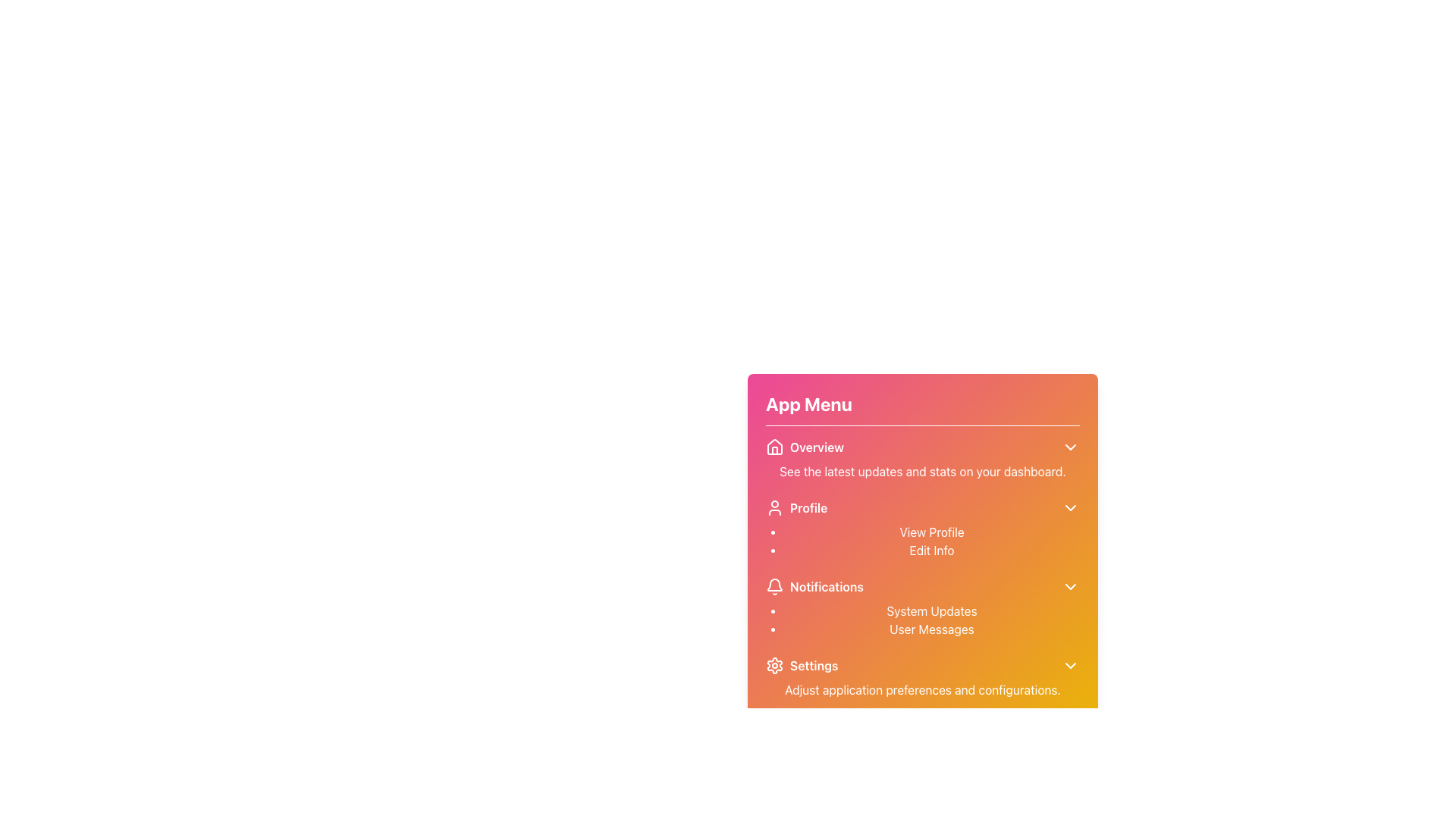 The width and height of the screenshot is (1456, 819). What do you see at coordinates (1069, 508) in the screenshot?
I see `the downward-pointing chevron icon in the 'Profile' section of the menu` at bounding box center [1069, 508].